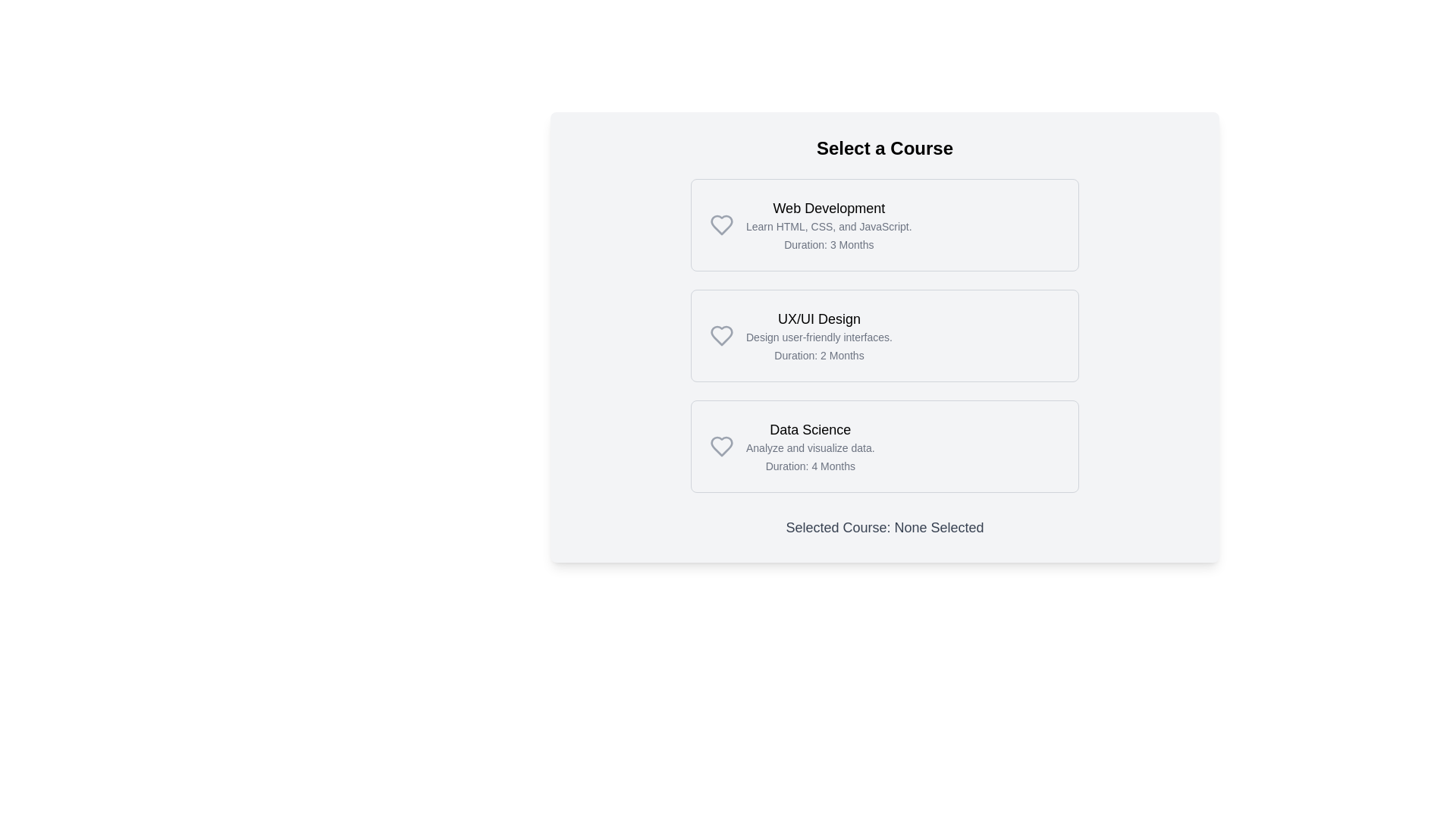  What do you see at coordinates (720, 335) in the screenshot?
I see `the heart-shaped icon that is a line drawing in gray, located to the left of the 'UX/UI Design' course text block` at bounding box center [720, 335].